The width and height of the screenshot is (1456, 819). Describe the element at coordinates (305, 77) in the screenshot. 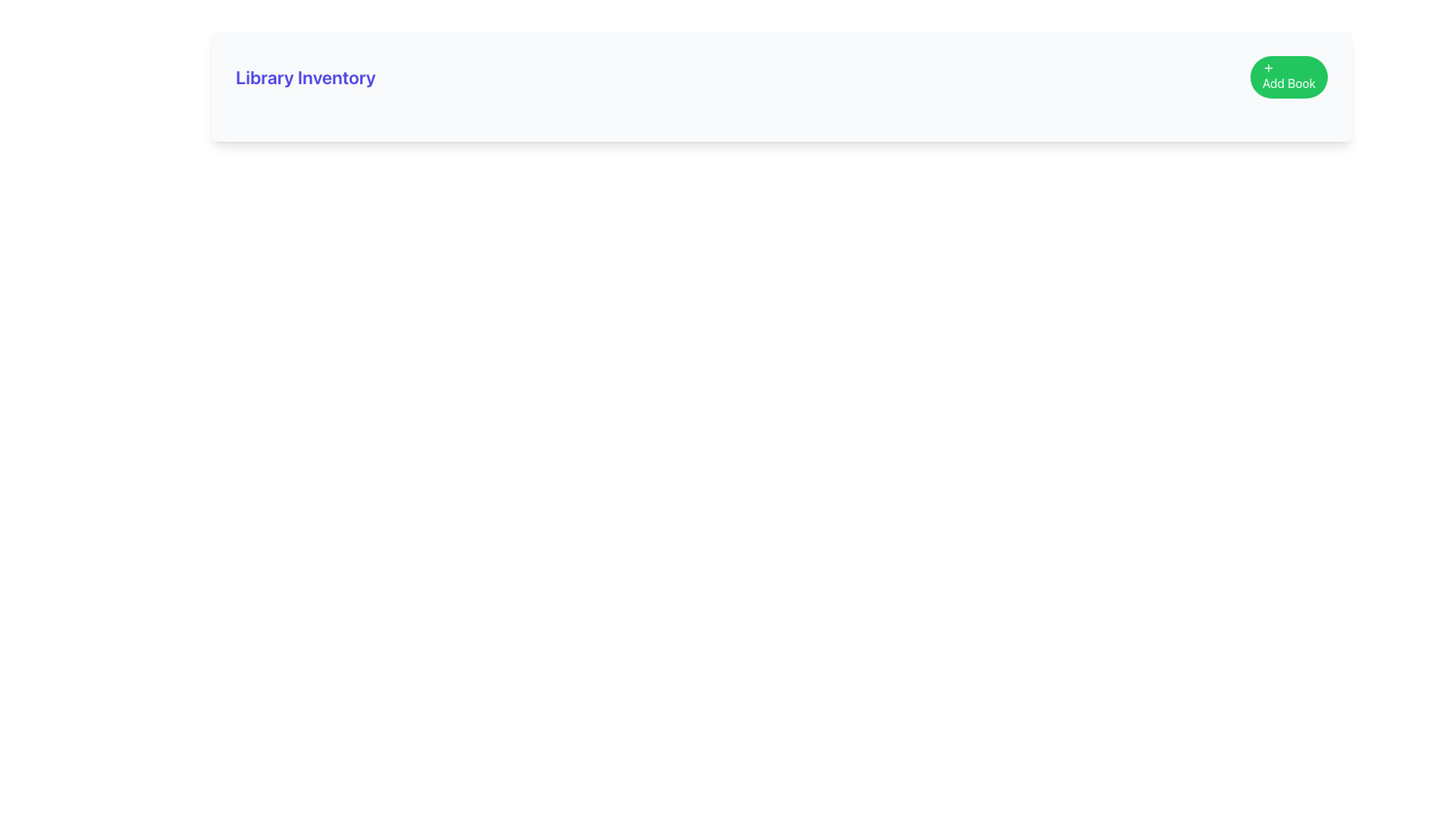

I see `the static text element displaying 'Library Inventory' which is styled in bold and large indigo font, located at the top-left part of the interface` at that location.